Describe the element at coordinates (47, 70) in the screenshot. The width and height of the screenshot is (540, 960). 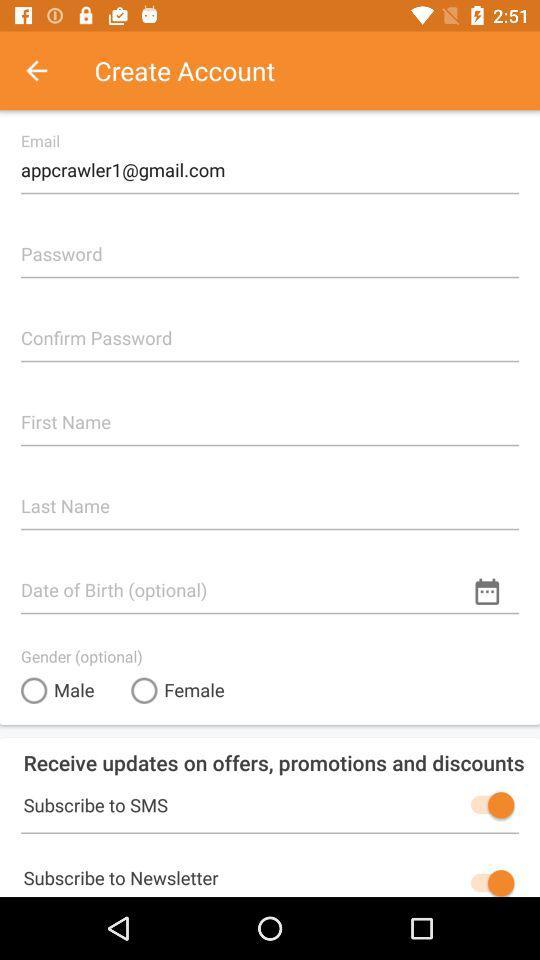
I see `the icon above the appcrawler1@gmail.com item` at that location.